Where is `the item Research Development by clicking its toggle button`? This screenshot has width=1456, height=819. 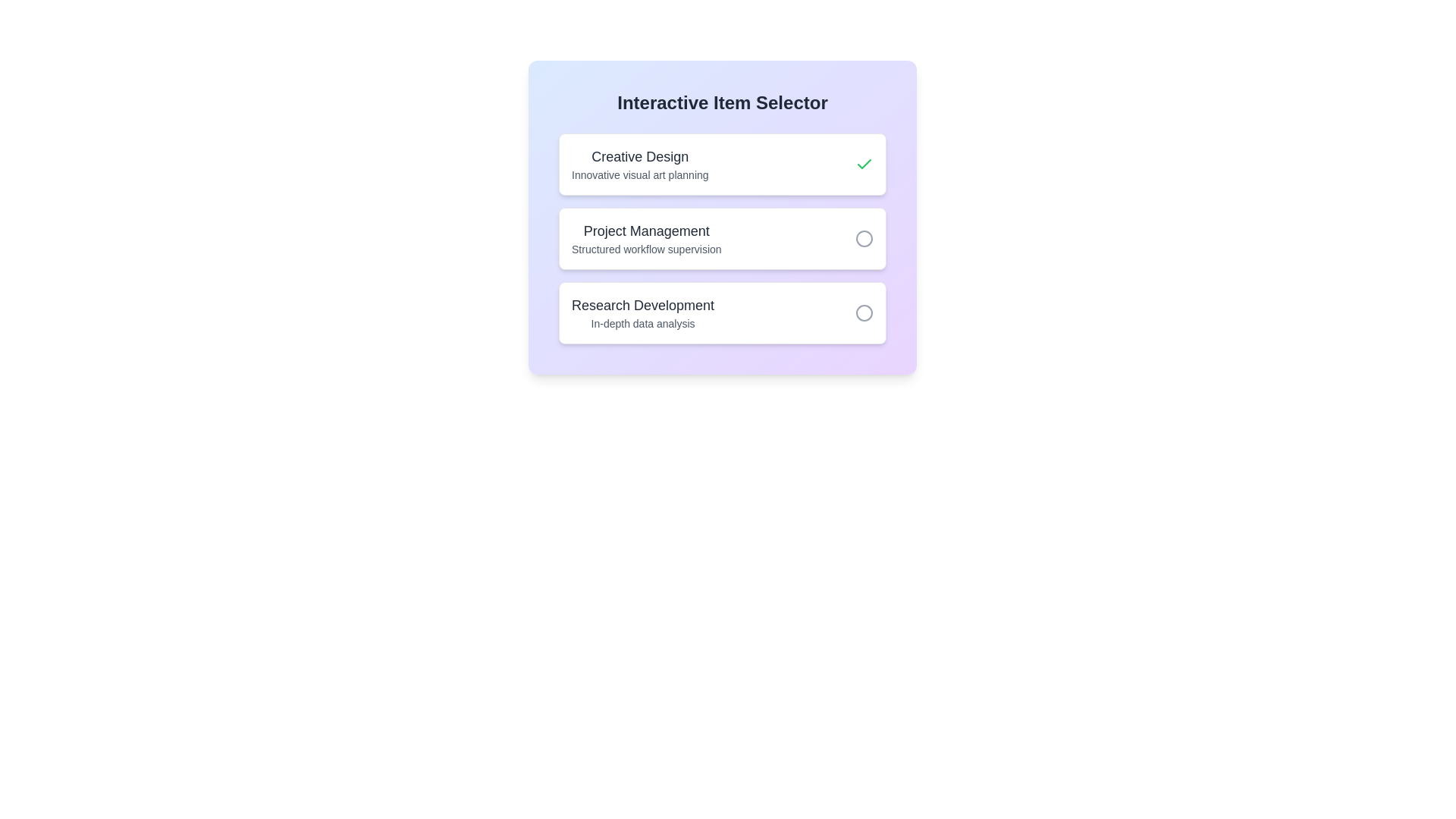 the item Research Development by clicking its toggle button is located at coordinates (864, 312).